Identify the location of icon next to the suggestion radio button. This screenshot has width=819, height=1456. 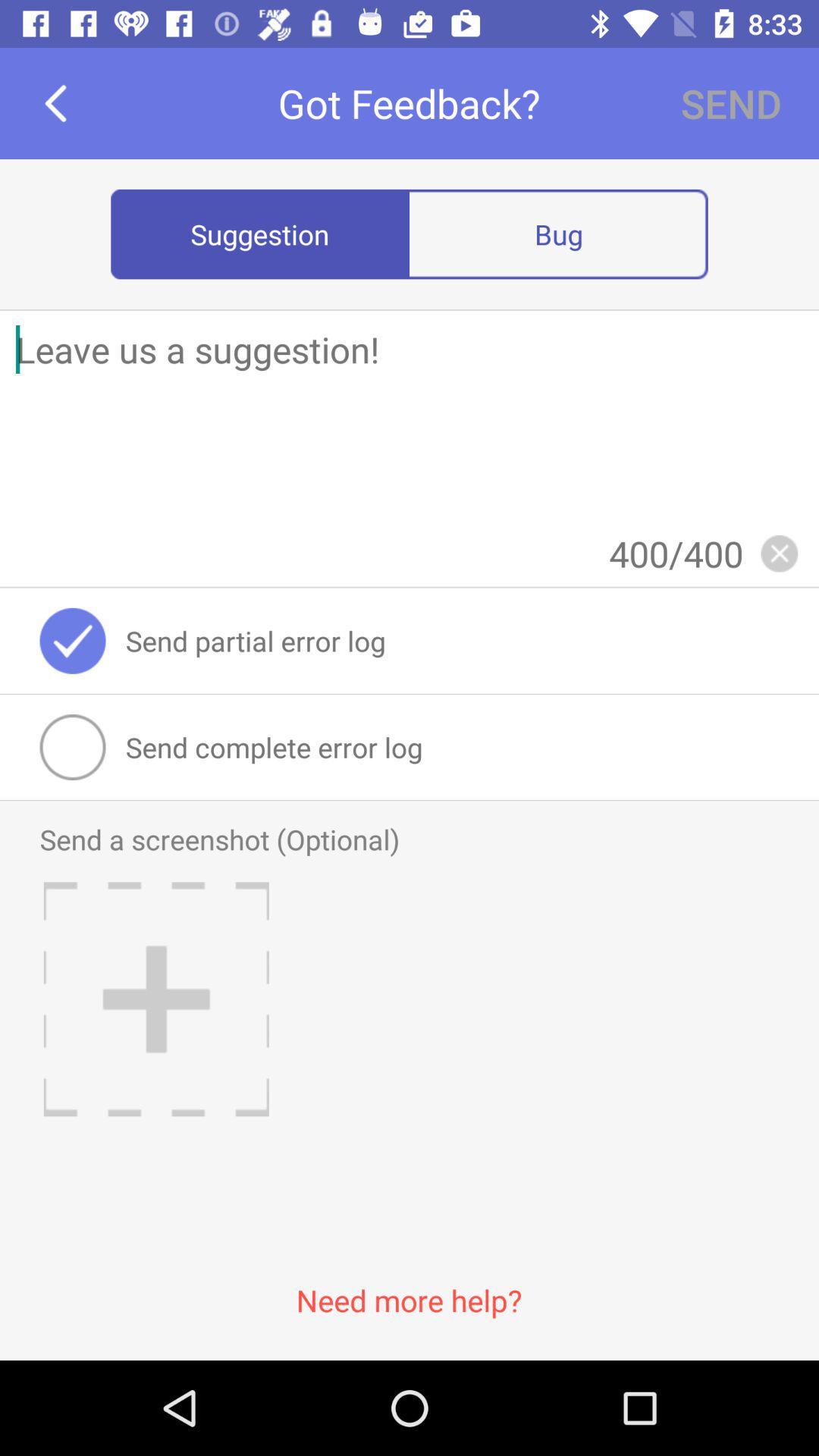
(558, 233).